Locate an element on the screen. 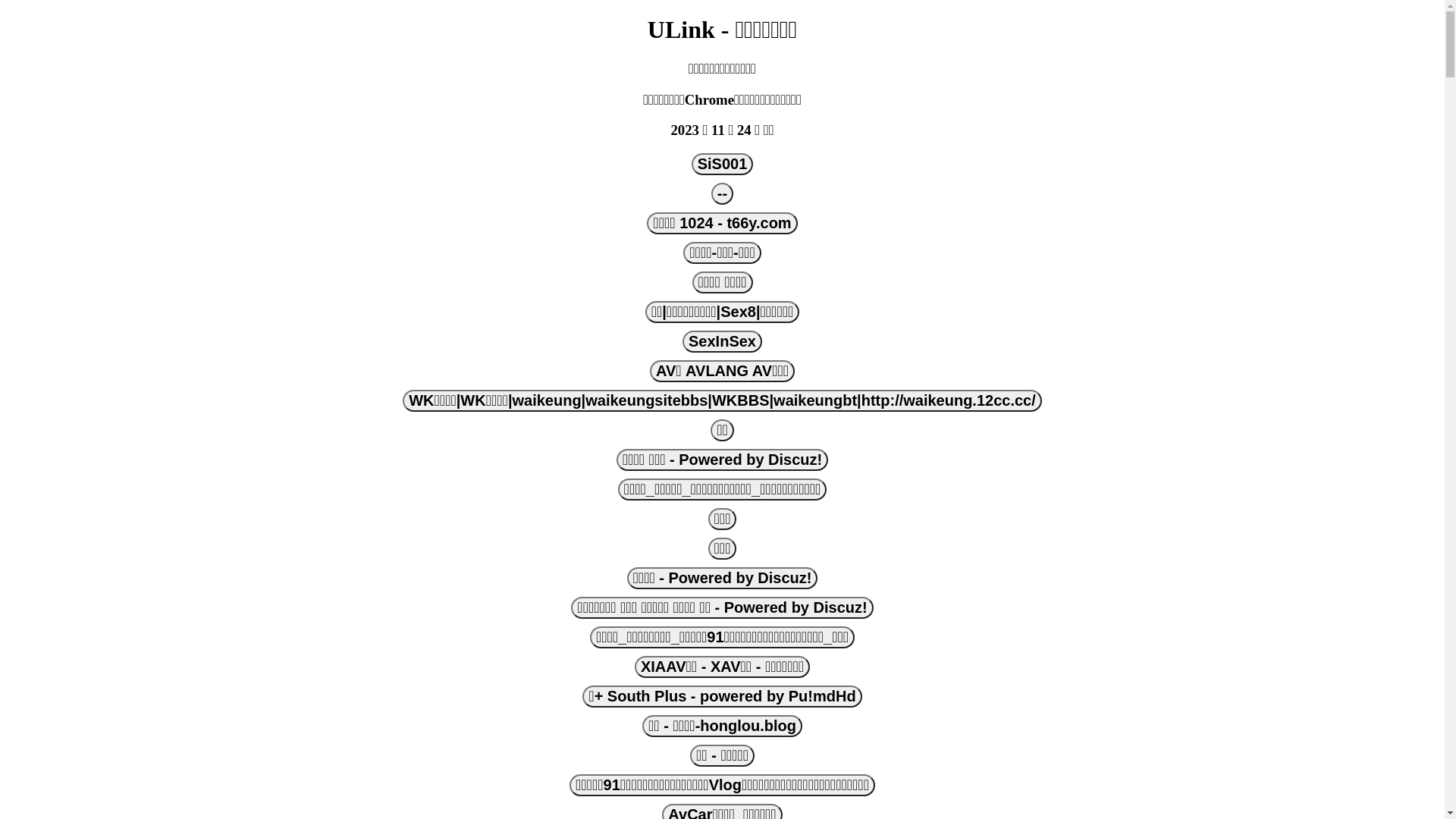 This screenshot has height=819, width=1456. 'SiS001' is located at coordinates (722, 164).